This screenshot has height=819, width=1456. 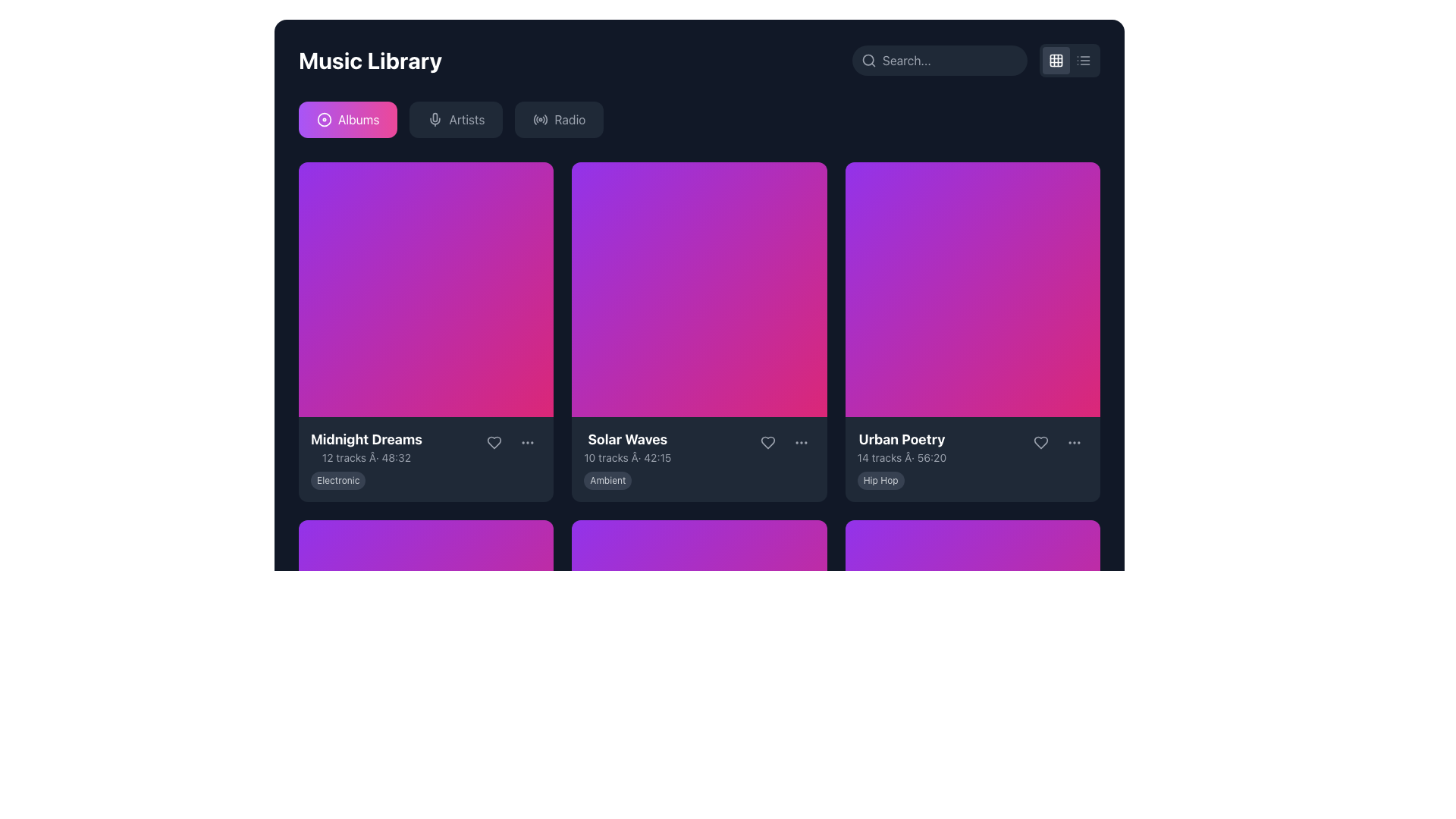 I want to click on the heart-shaped icon with a hollow gray outline located in the bottom-right corner of the purple card titled 'Urban Poetry', so click(x=1040, y=442).